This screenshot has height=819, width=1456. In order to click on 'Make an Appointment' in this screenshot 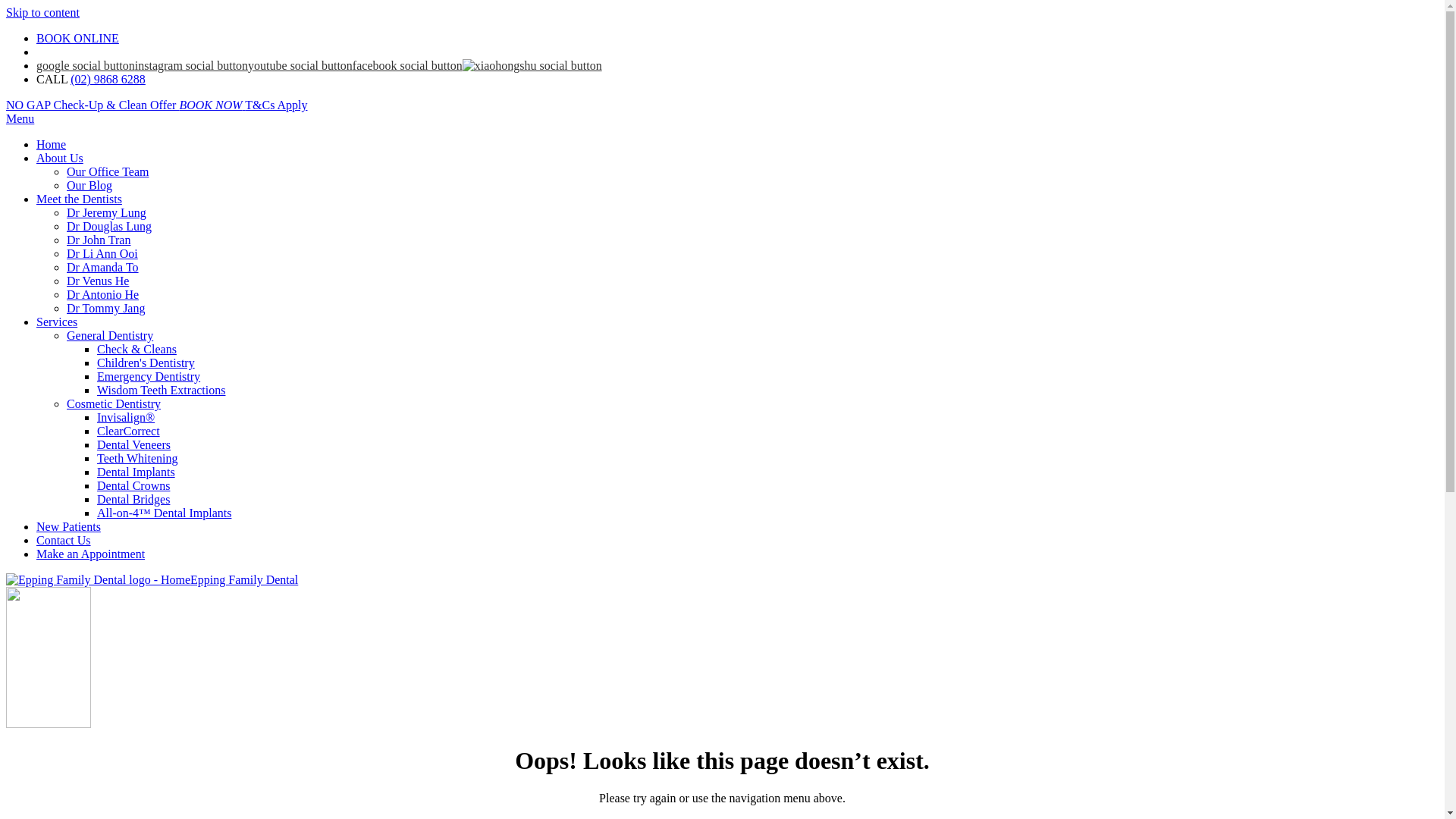, I will do `click(89, 554)`.